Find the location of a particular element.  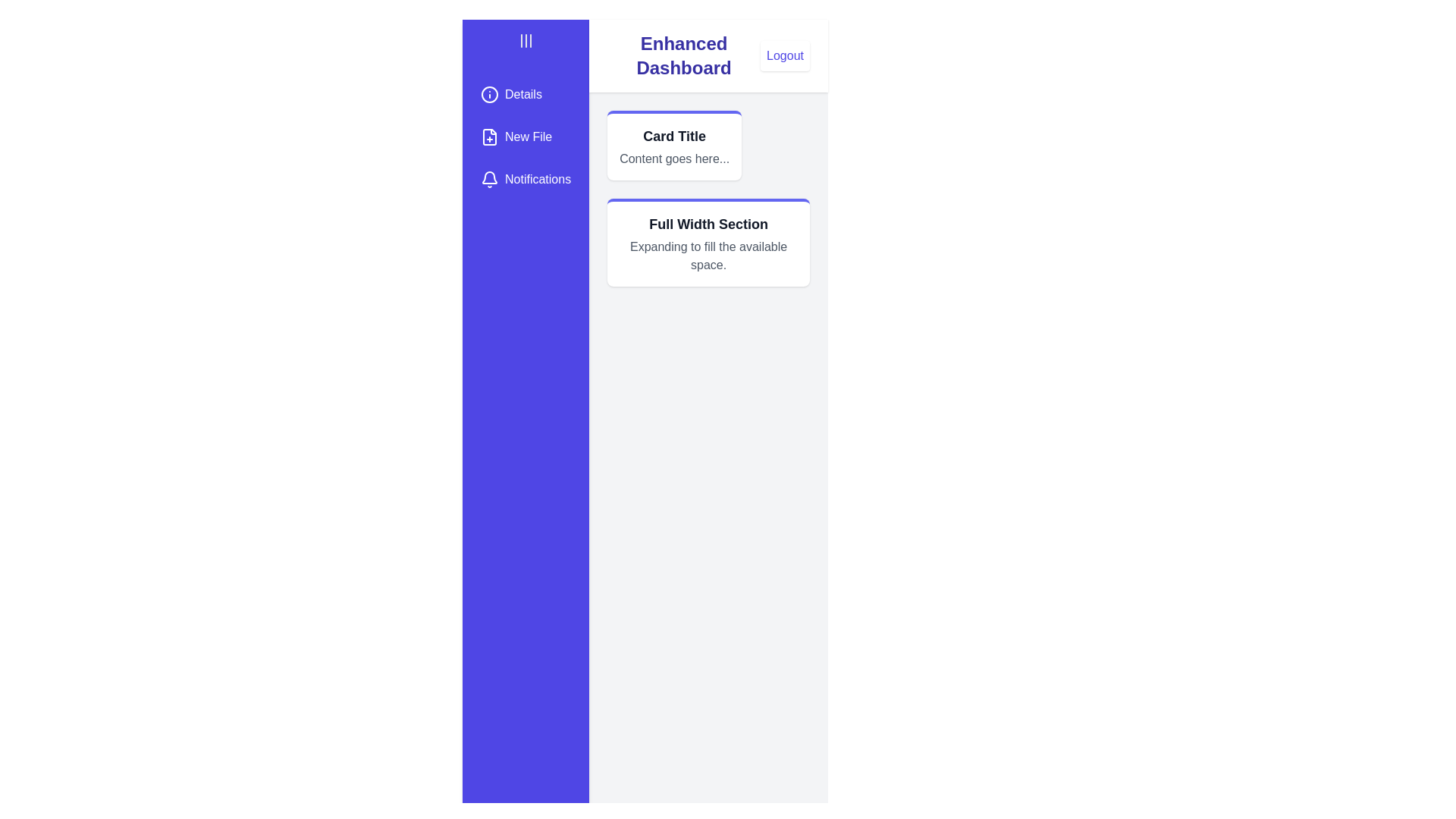

the Text label that serves as a title or heading for the dashboard interface, located at the top of the main content area, adjacent to the header is located at coordinates (683, 55).